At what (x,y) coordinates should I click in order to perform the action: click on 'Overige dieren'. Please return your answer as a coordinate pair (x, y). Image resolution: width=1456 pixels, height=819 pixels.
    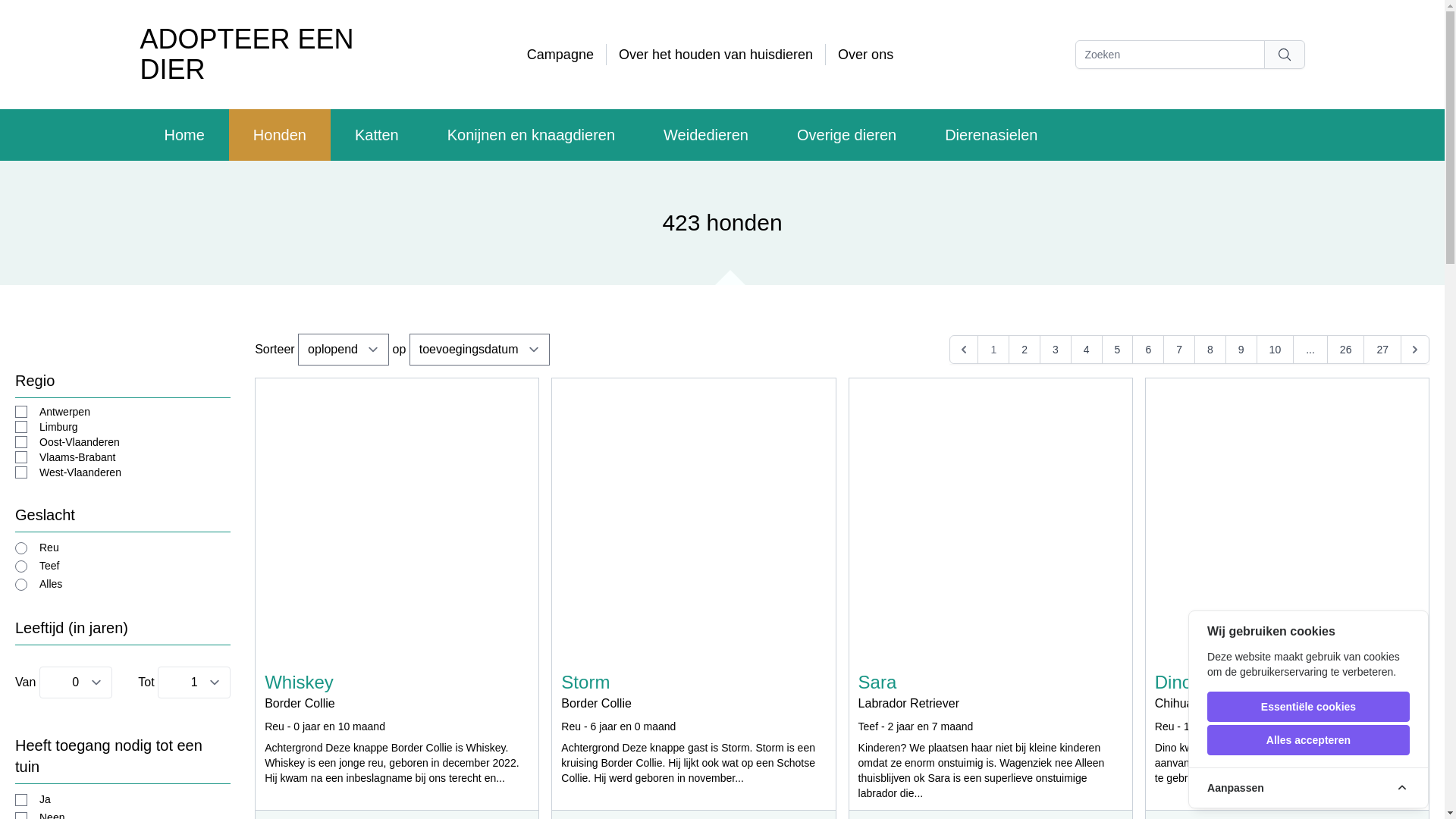
    Looking at the image, I should click on (846, 133).